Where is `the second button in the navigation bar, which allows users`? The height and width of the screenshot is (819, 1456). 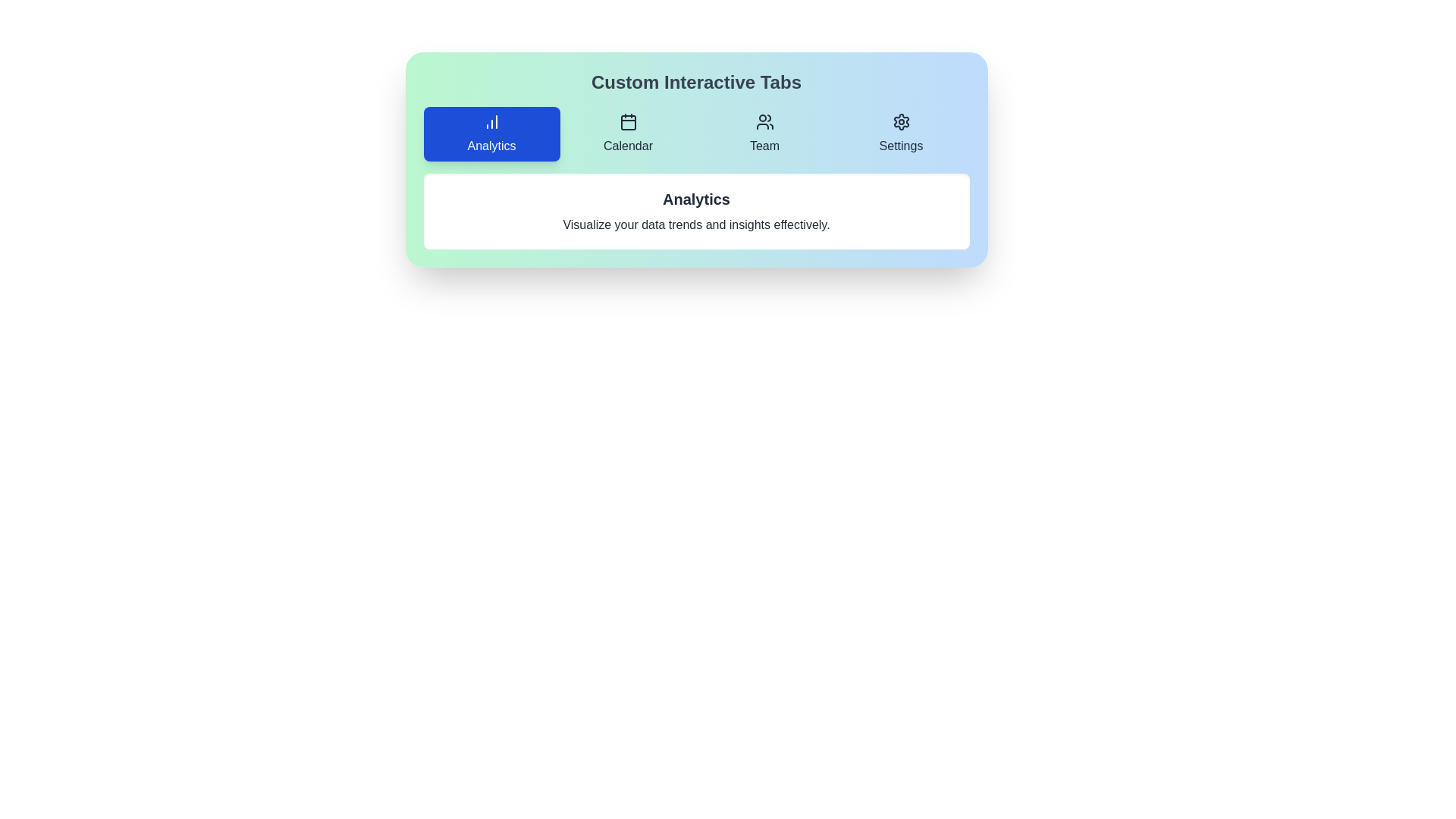 the second button in the navigation bar, which allows users is located at coordinates (628, 133).